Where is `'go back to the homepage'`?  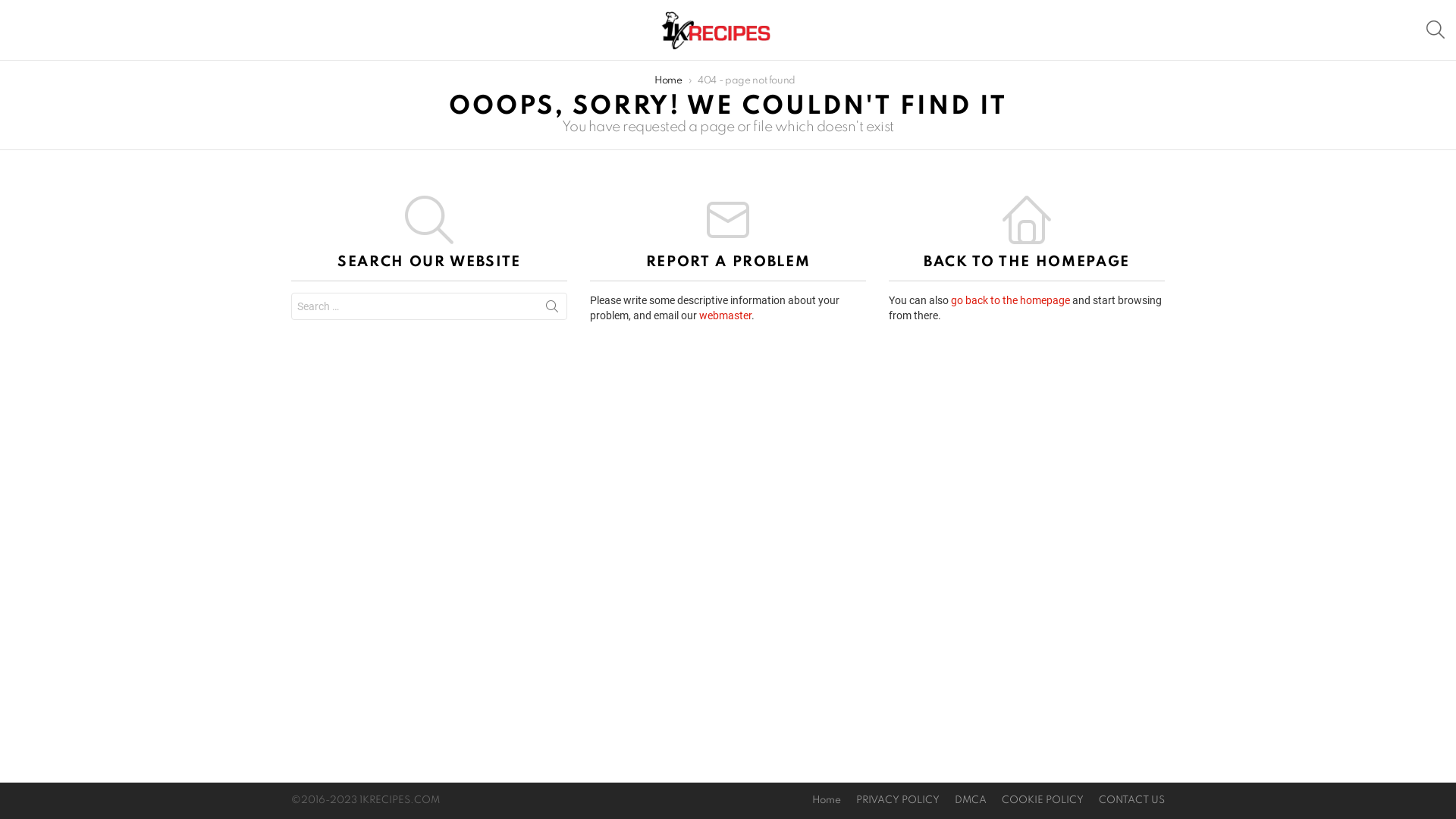 'go back to the homepage' is located at coordinates (949, 300).